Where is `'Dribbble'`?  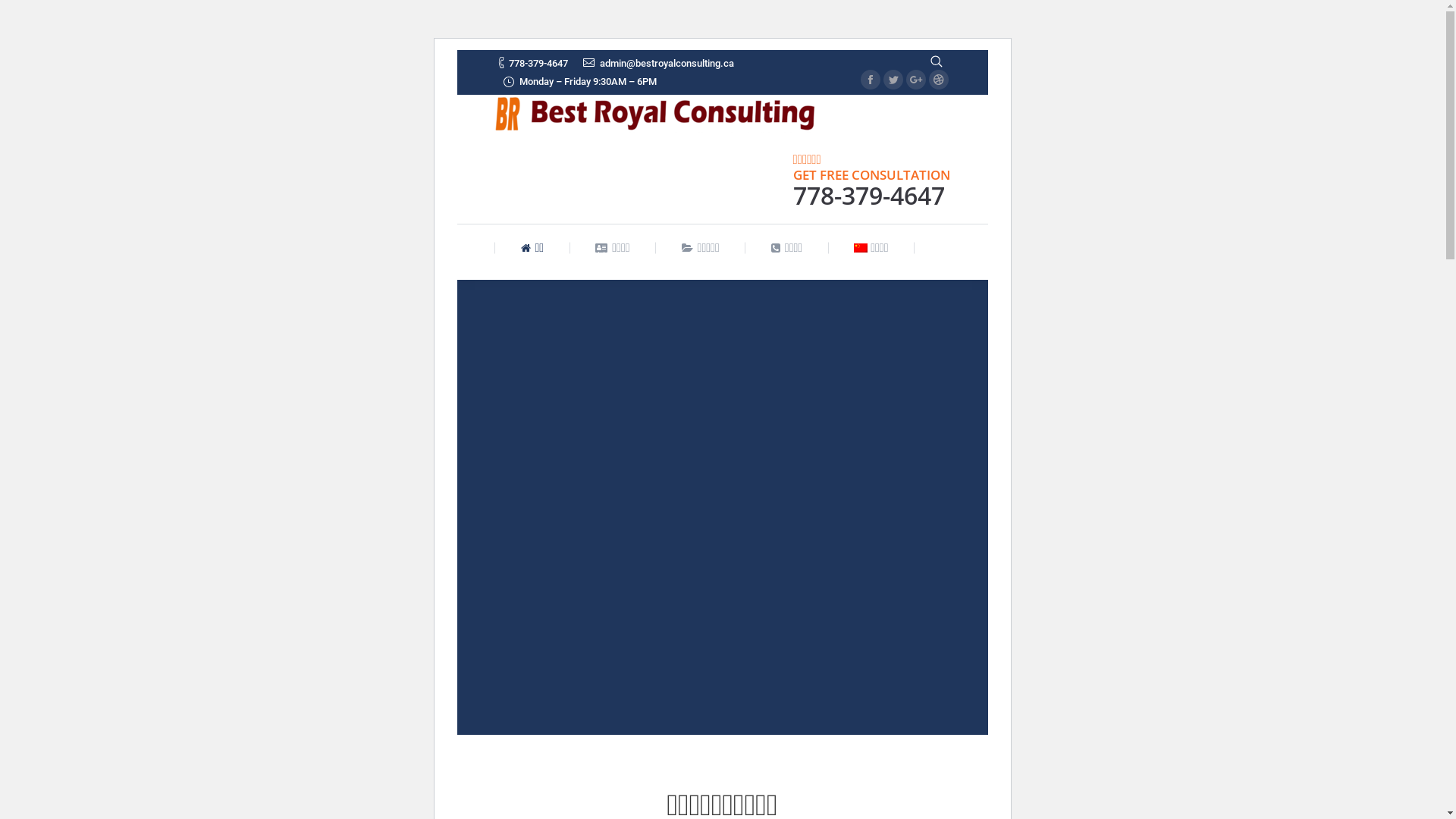
'Dribbble' is located at coordinates (927, 79).